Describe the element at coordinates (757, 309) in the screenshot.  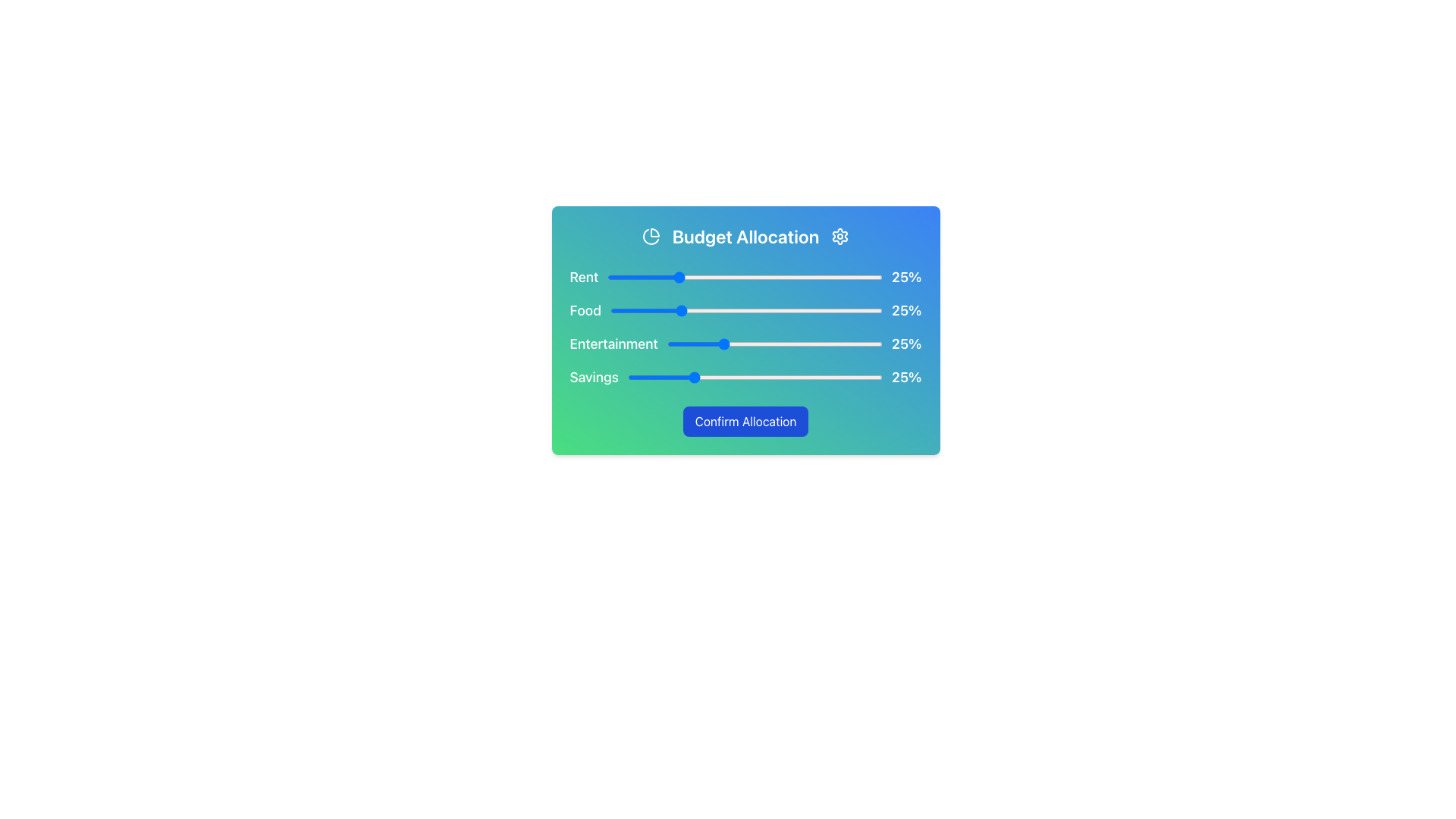
I see `the Food allocation slider` at that location.